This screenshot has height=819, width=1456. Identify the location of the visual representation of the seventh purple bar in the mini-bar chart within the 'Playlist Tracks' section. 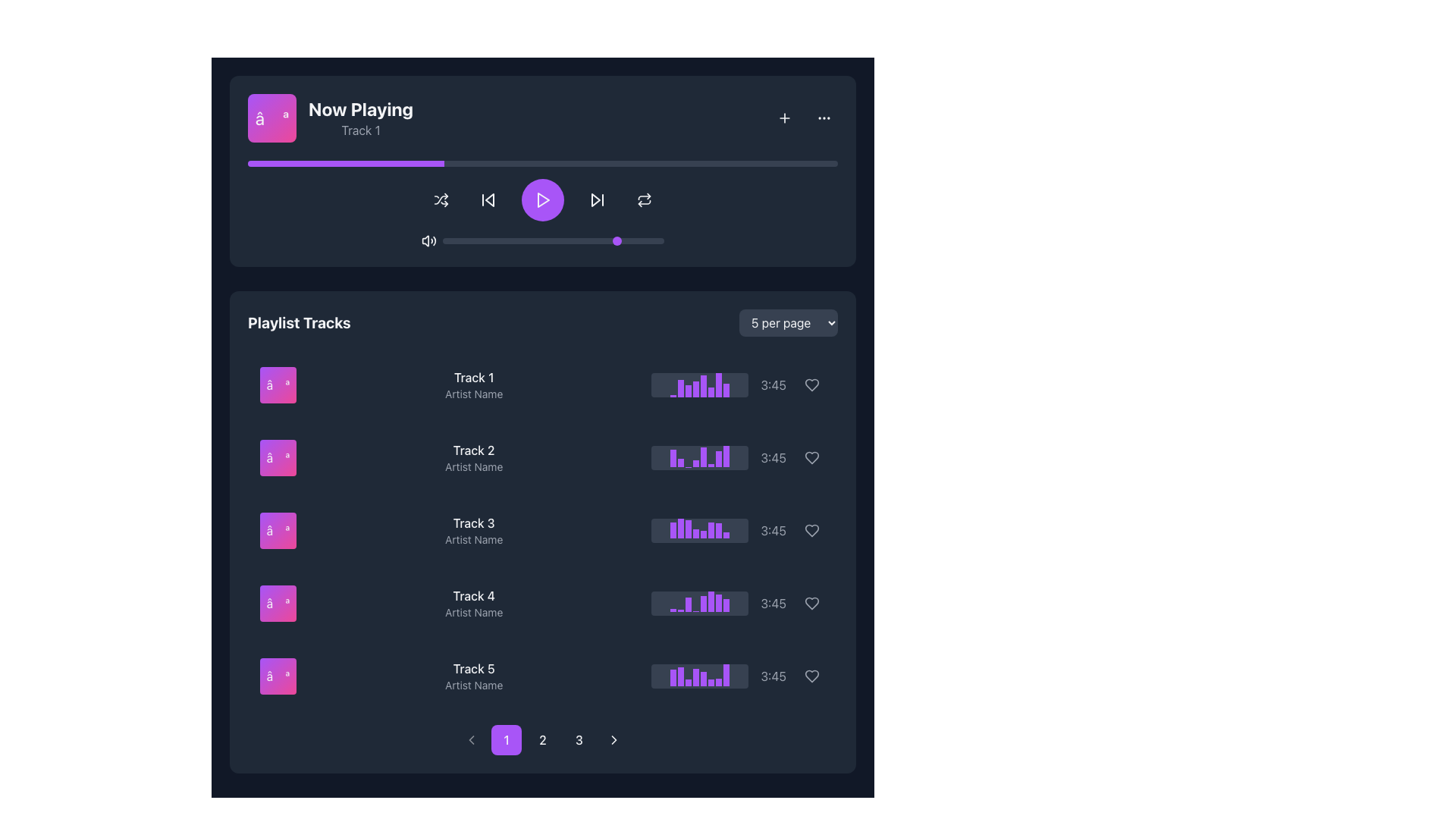
(718, 602).